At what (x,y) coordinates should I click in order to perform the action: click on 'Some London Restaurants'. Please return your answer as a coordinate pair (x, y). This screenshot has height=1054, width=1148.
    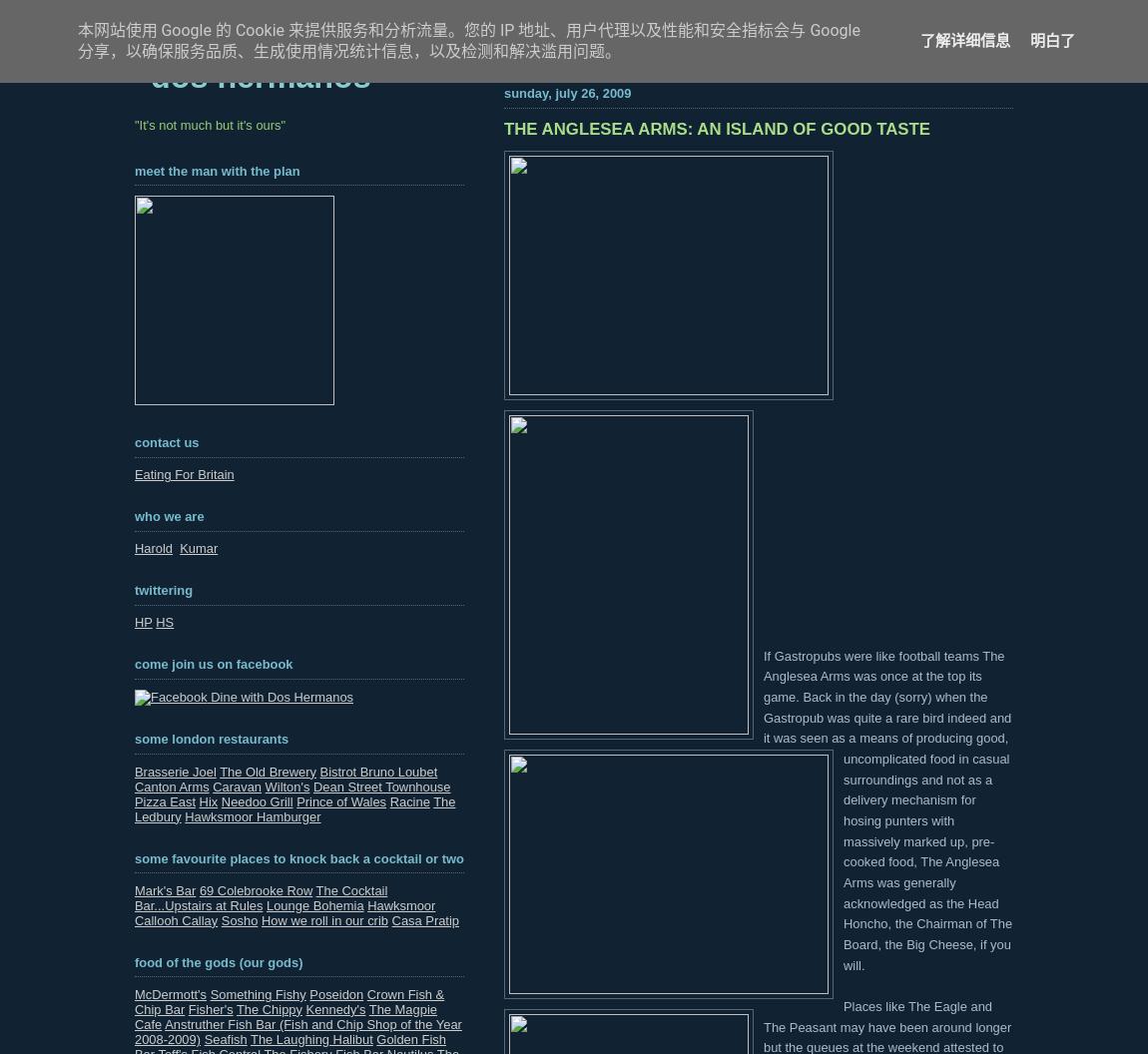
    Looking at the image, I should click on (210, 738).